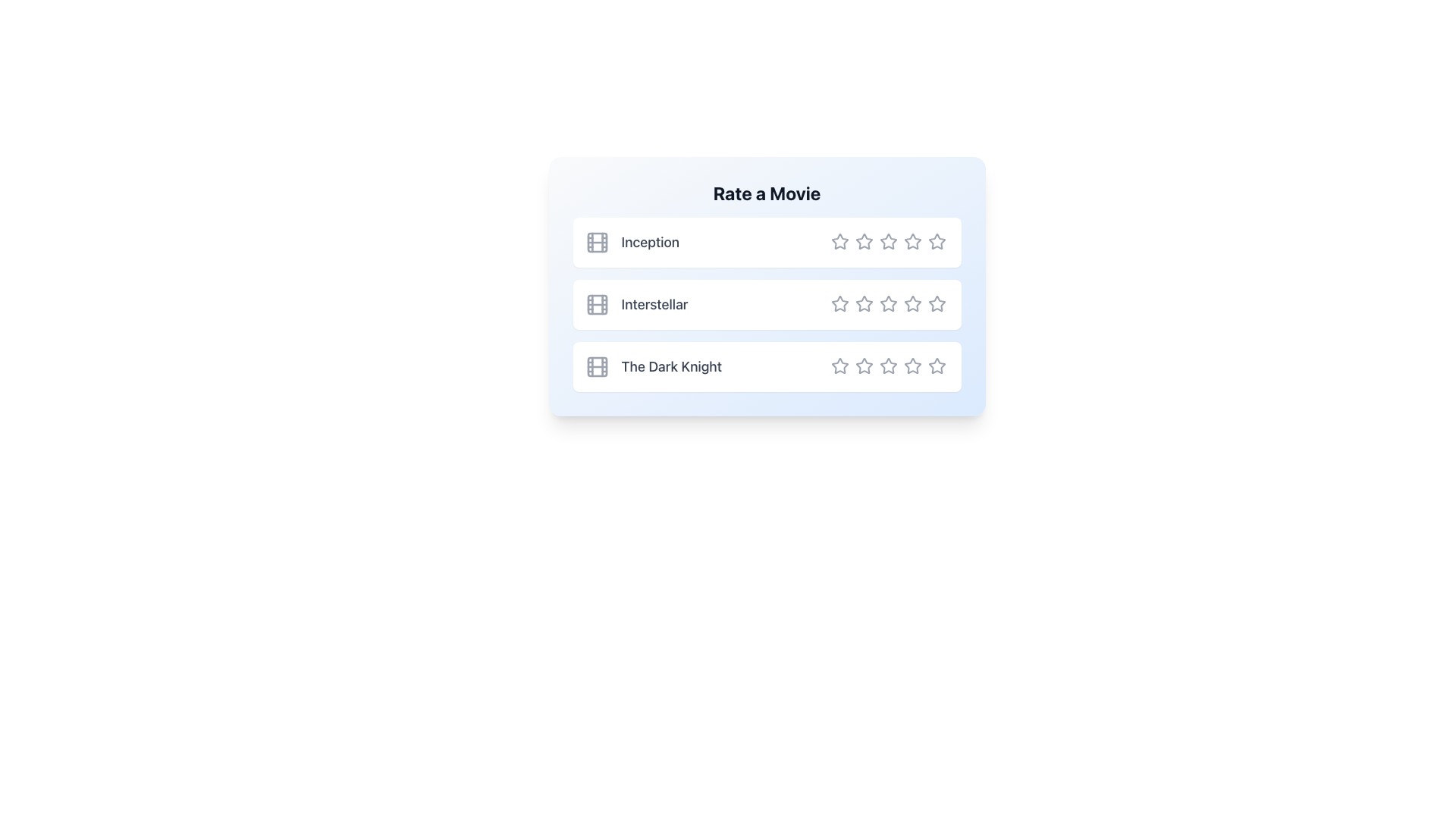 The width and height of the screenshot is (1456, 819). I want to click on the film reel icon located to the immediate left of the text 'Inception' in the top row of the vertically stacked list, so click(596, 242).